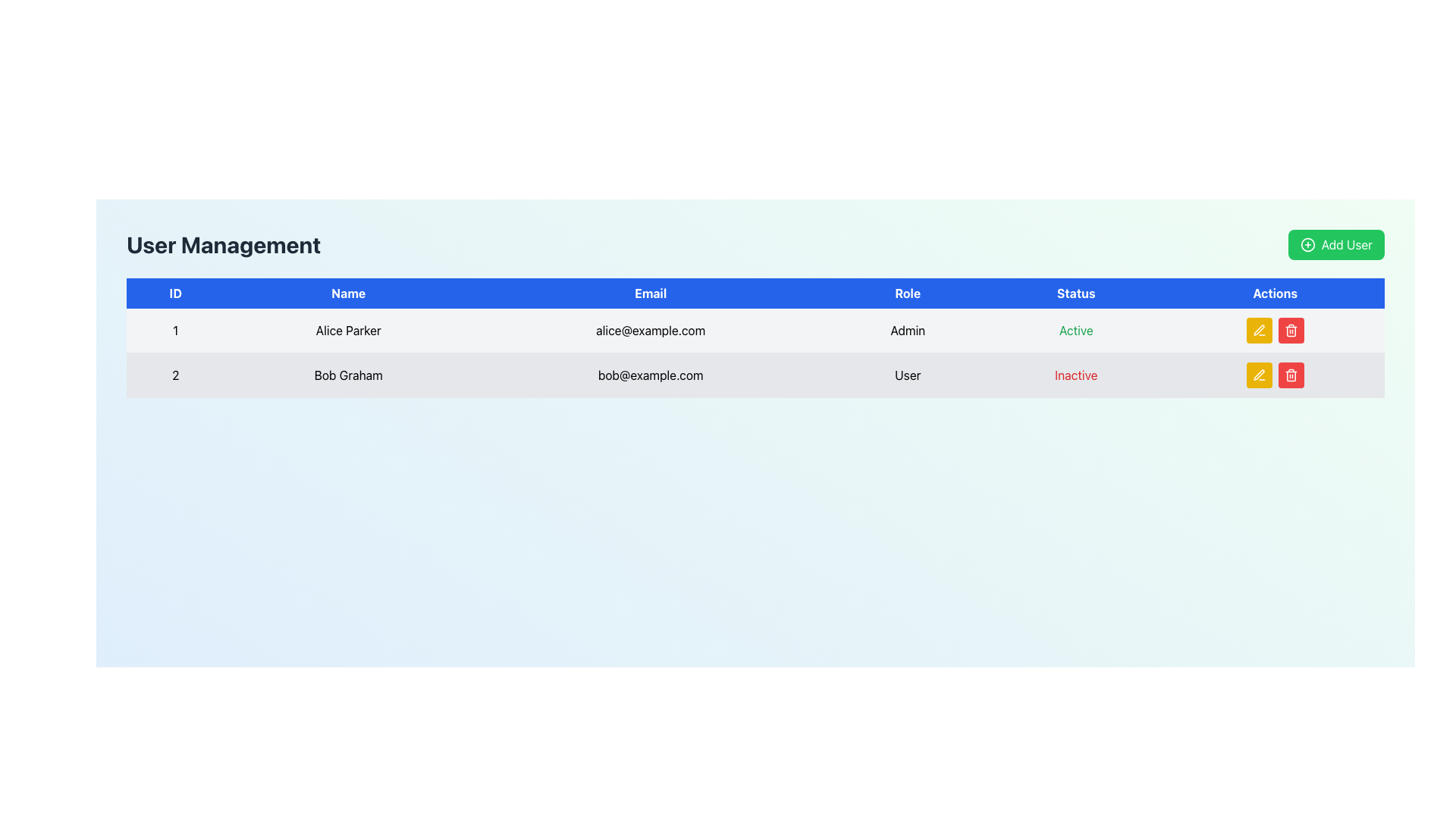 This screenshot has height=819, width=1456. I want to click on the trash bin icon button with a red background in the 'Actions' column for user 'Bob Graham', so click(1290, 329).